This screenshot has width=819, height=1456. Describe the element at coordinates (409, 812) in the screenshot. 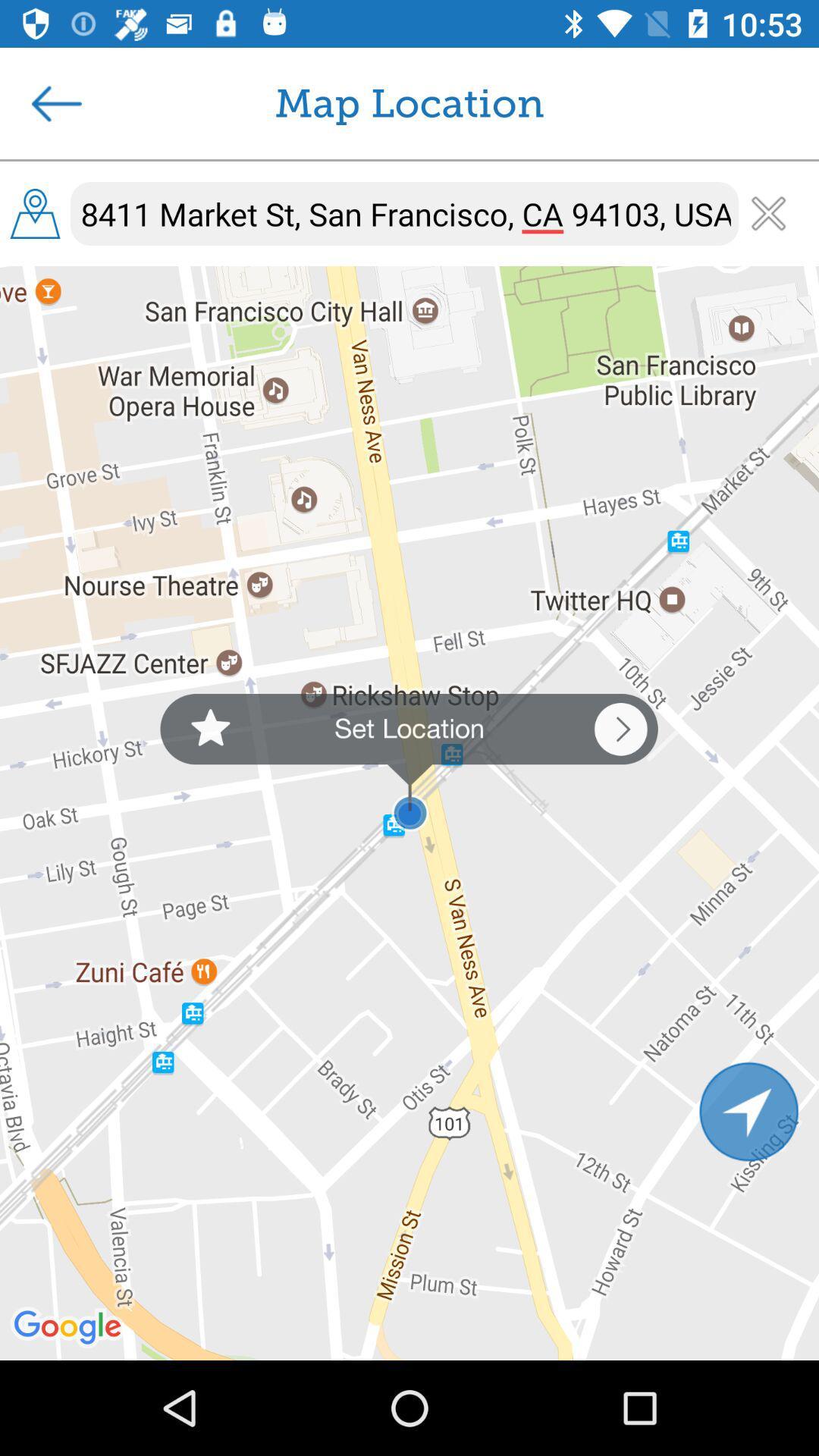

I see `the item below the 8411 market st` at that location.